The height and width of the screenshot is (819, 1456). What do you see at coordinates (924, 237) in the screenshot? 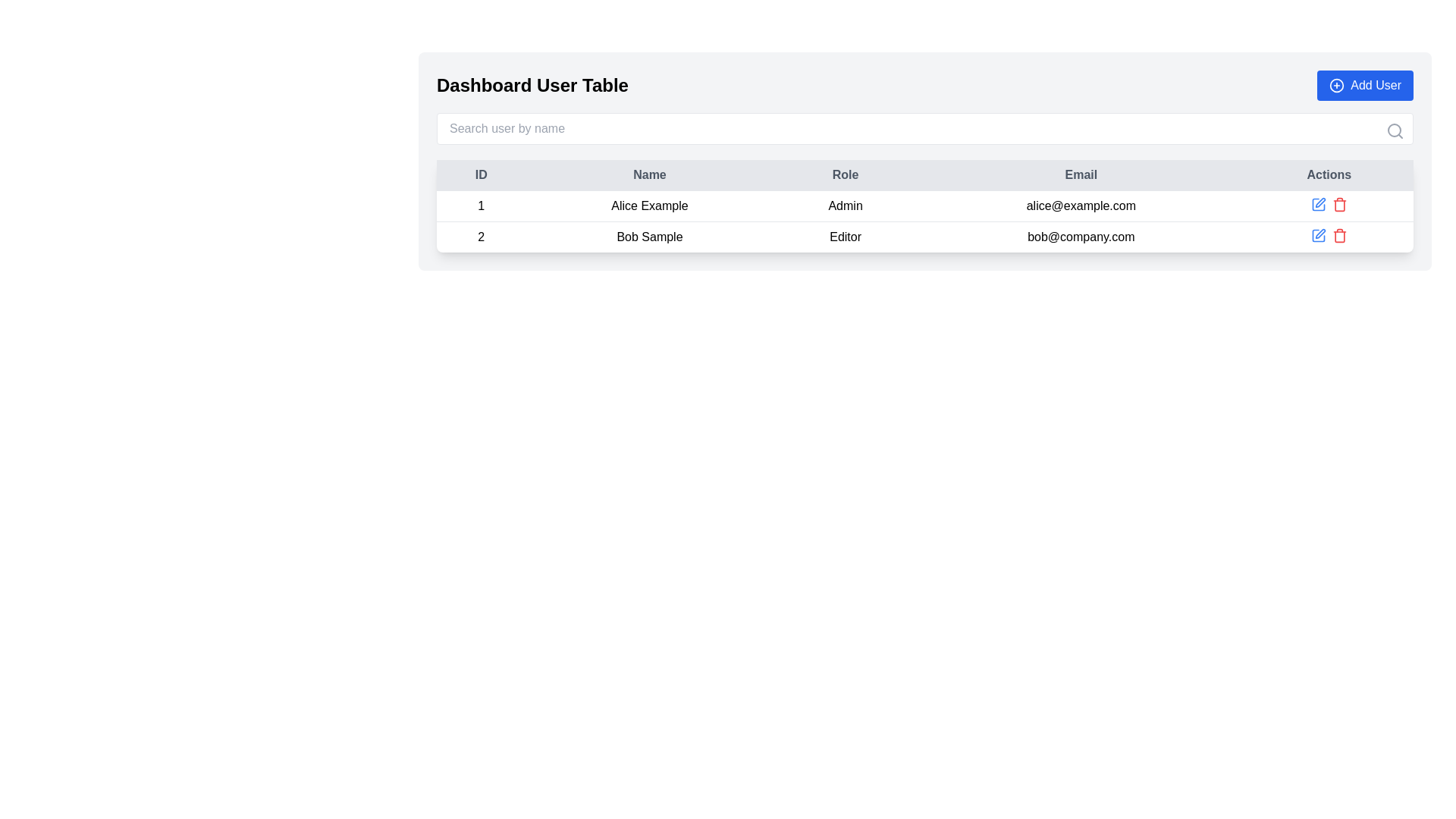
I see `the second row in the user information table that displays '2', 'Bob Sample', 'Editor', and 'bob@company.com'` at bounding box center [924, 237].